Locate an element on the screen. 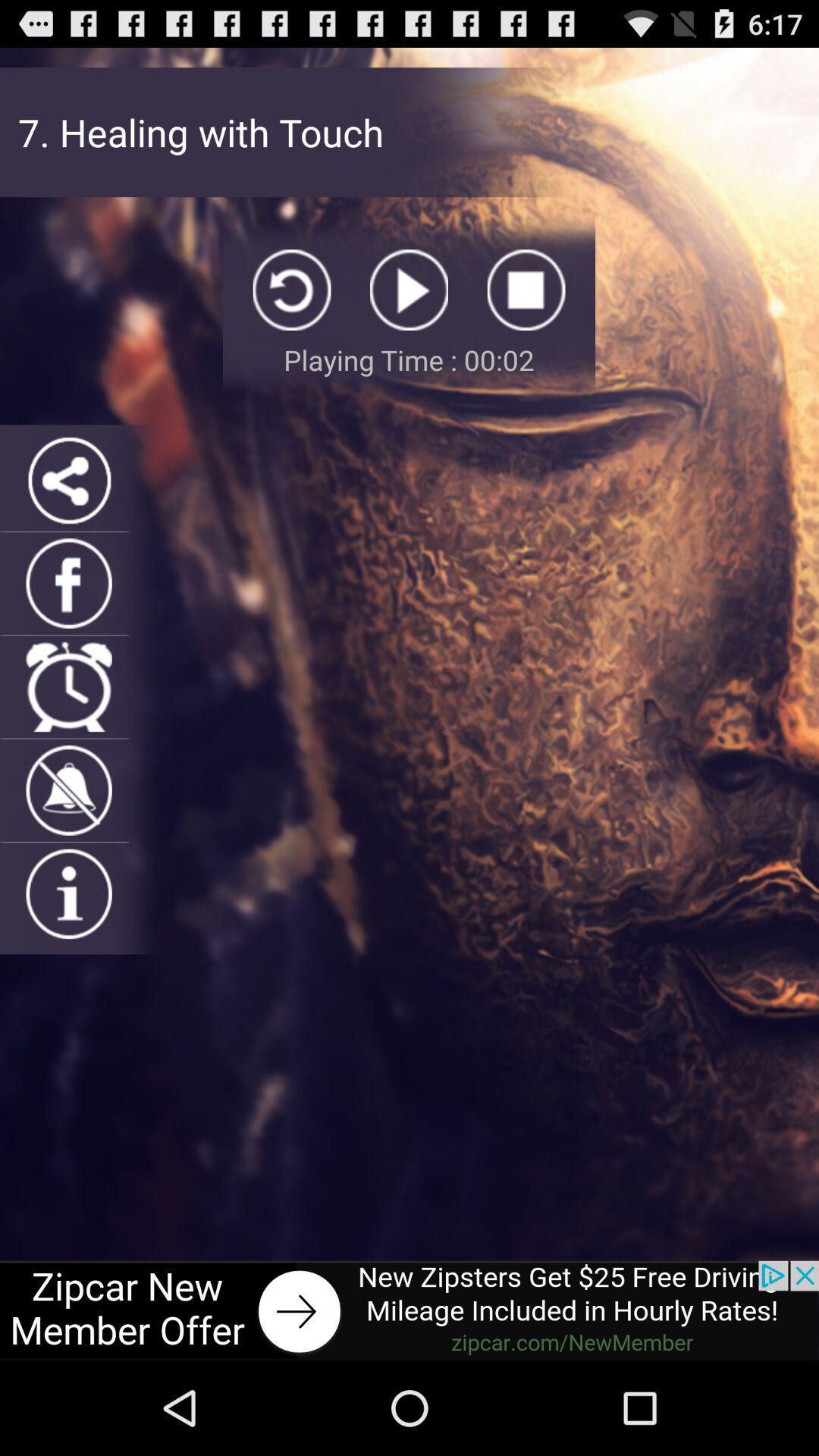  the time icon is located at coordinates (69, 735).